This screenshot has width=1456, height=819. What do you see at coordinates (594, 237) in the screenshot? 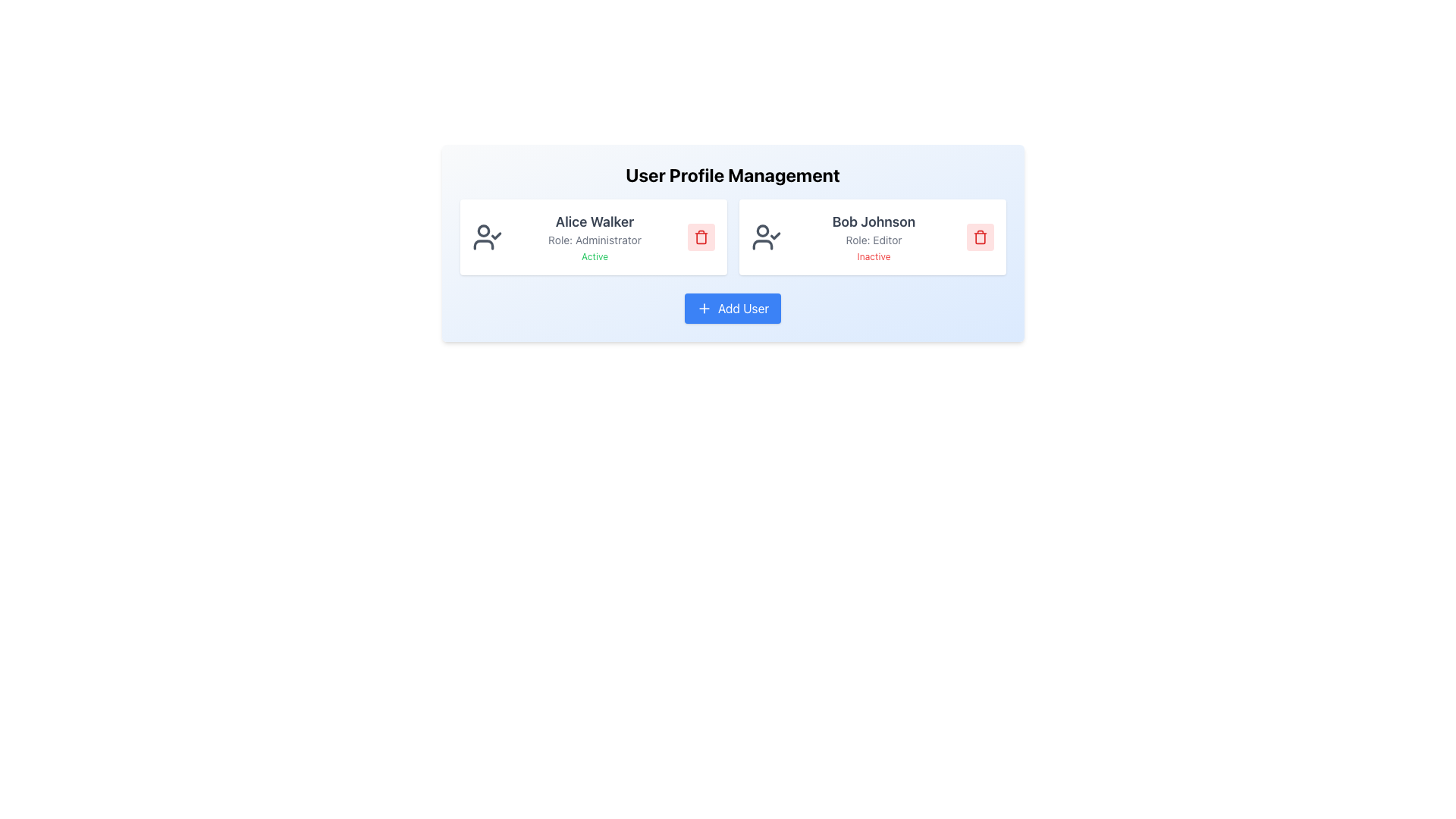
I see `on the user entry card content that summarizes a user's profile, located in the left user profile card in the User Profile Management panel` at bounding box center [594, 237].